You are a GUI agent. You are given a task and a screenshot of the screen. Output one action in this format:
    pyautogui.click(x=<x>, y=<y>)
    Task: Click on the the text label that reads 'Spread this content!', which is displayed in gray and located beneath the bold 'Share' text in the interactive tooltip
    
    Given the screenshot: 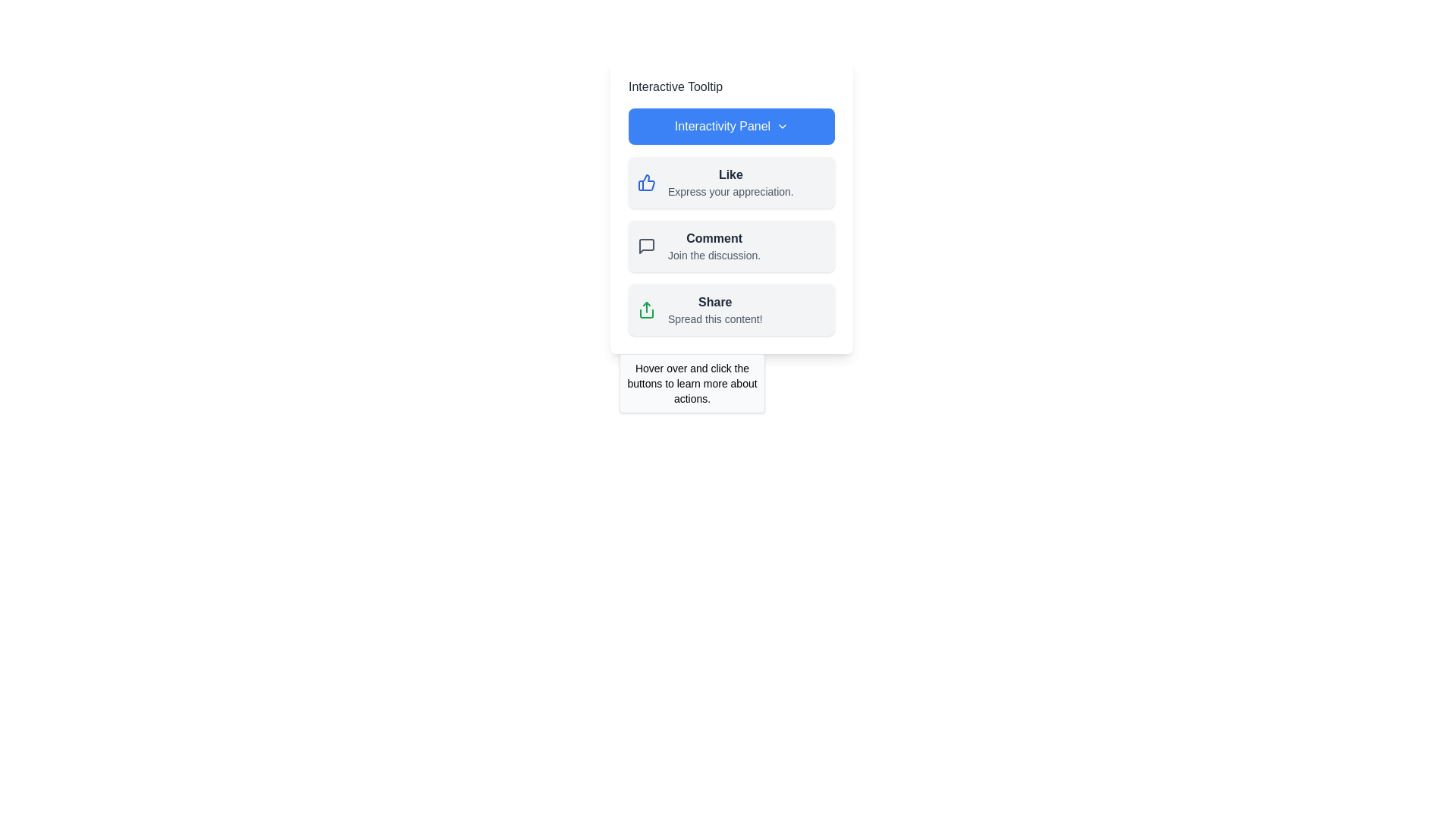 What is the action you would take?
    pyautogui.click(x=714, y=318)
    